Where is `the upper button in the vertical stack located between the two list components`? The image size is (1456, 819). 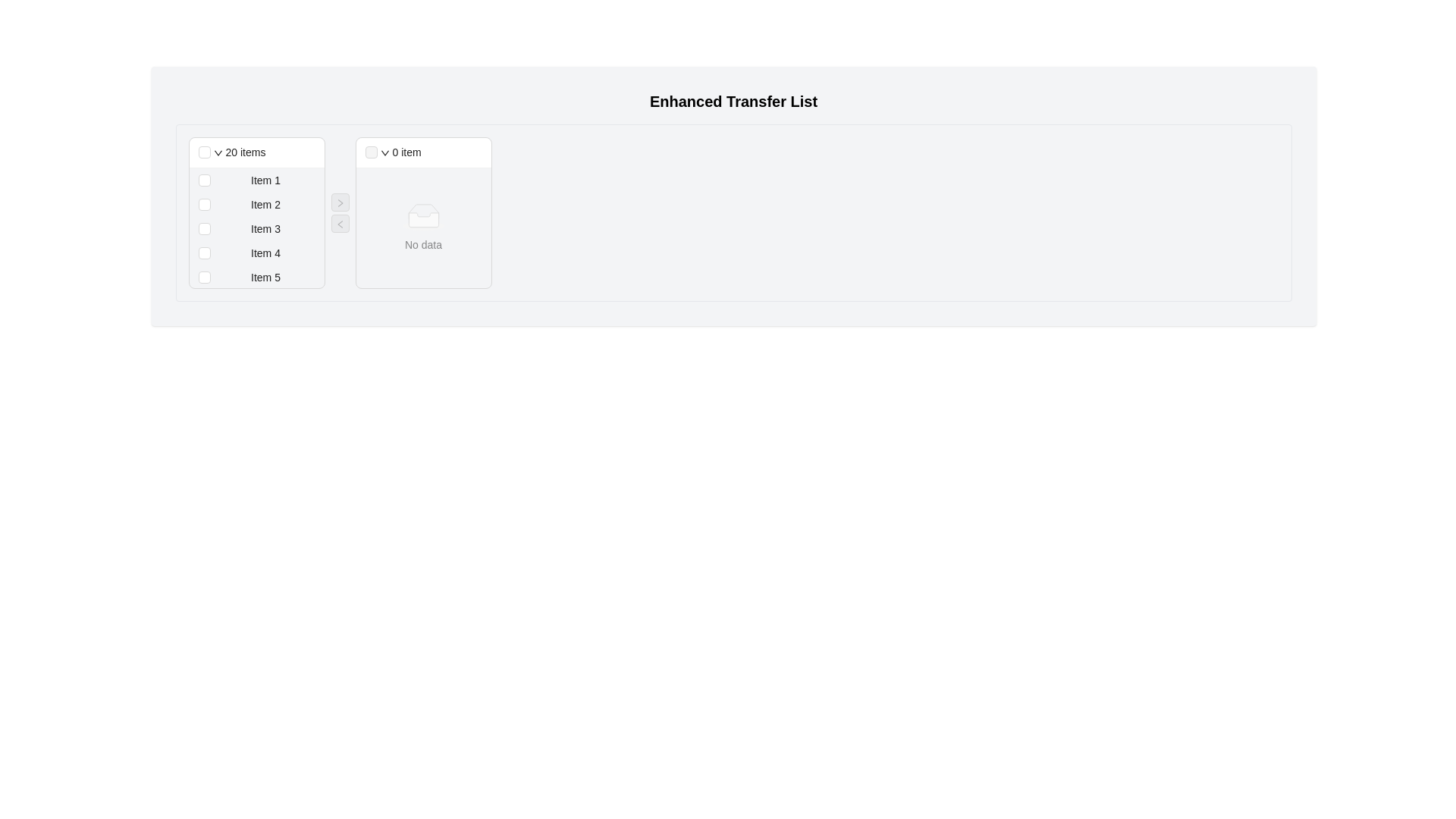 the upper button in the vertical stack located between the two list components is located at coordinates (339, 201).